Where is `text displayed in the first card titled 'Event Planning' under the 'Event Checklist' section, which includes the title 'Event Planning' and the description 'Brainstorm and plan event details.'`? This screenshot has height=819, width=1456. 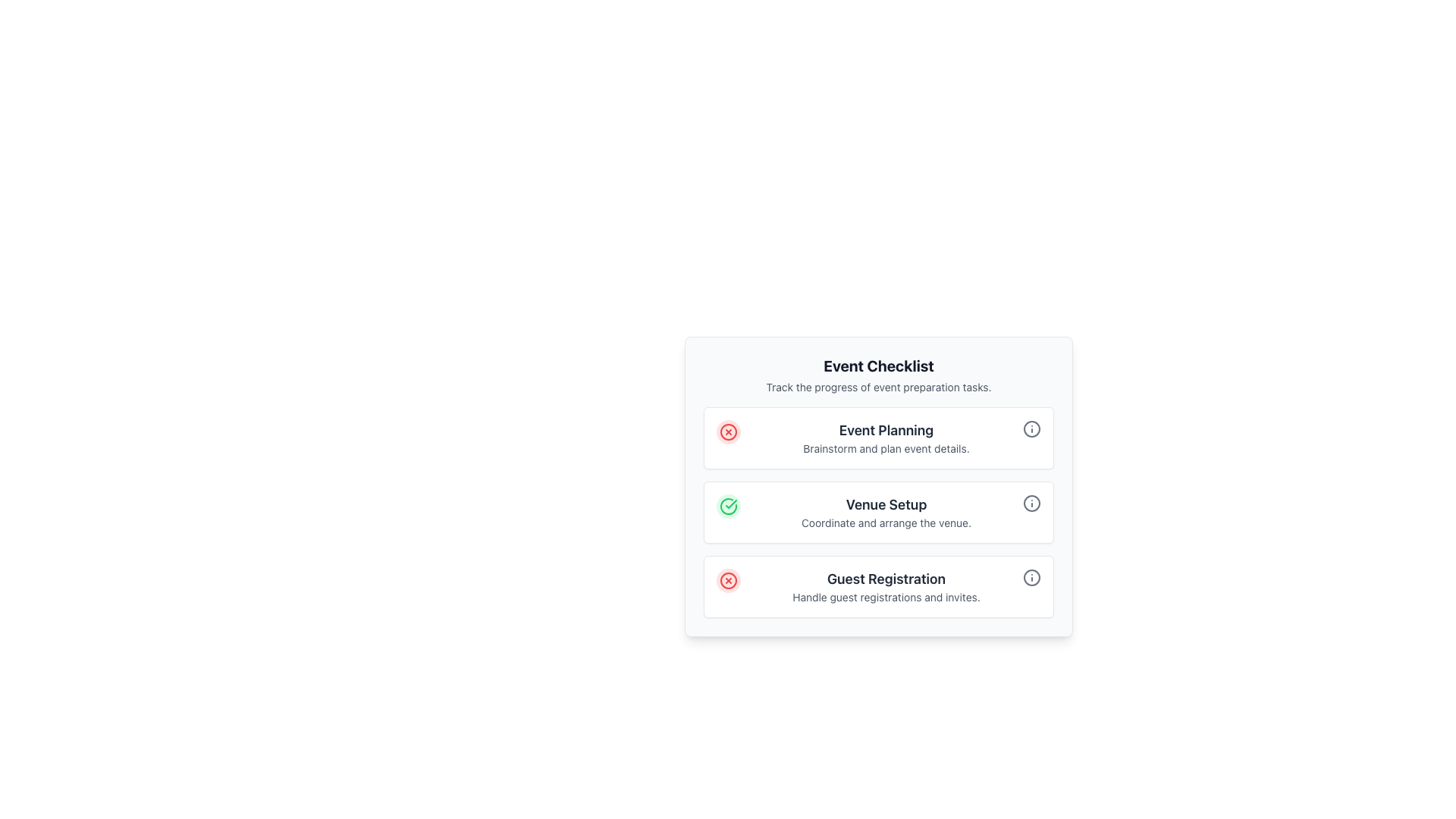
text displayed in the first card titled 'Event Planning' under the 'Event Checklist' section, which includes the title 'Event Planning' and the description 'Brainstorm and plan event details.' is located at coordinates (886, 438).